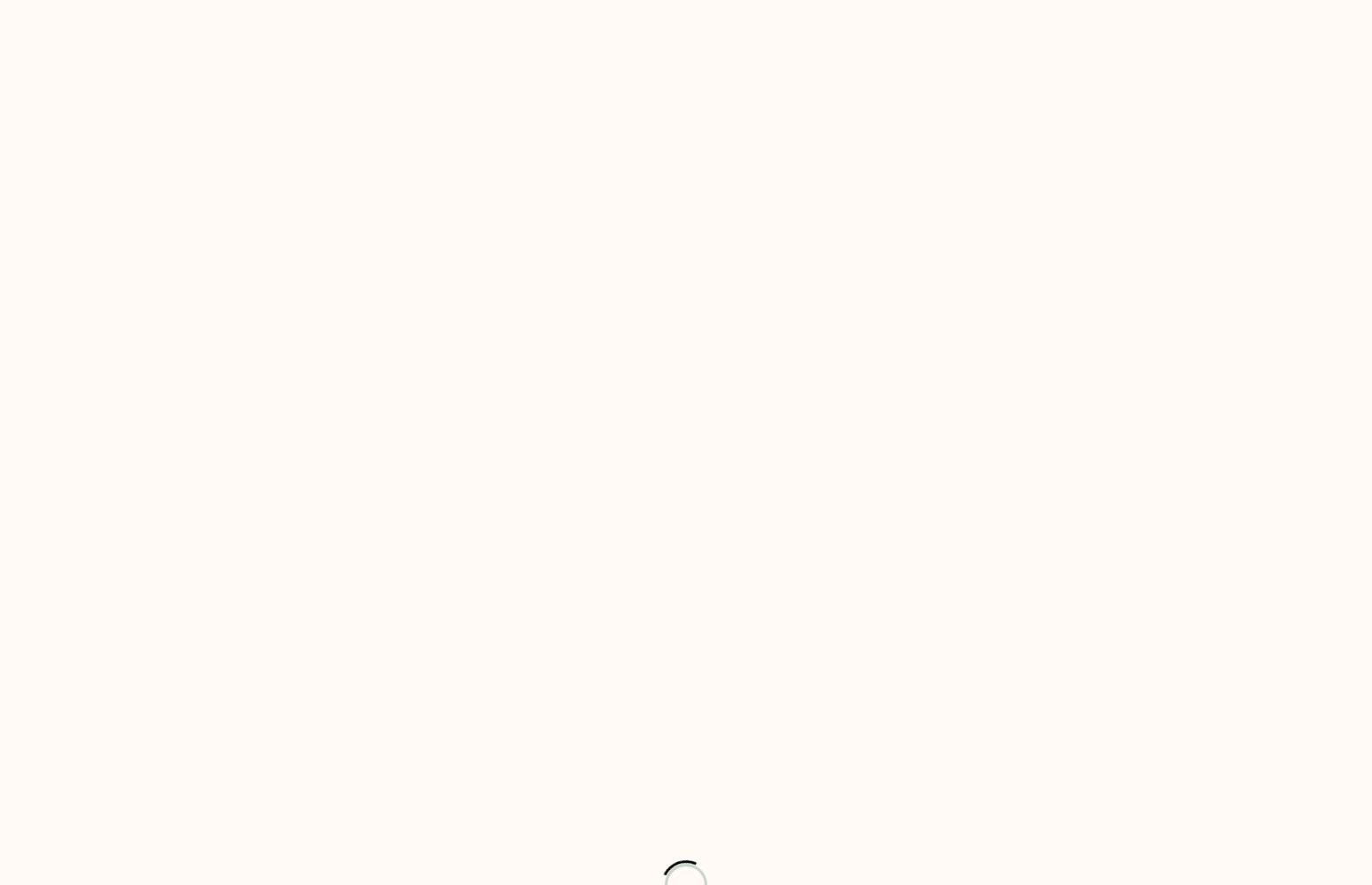 The image size is (1372, 885). I want to click on 'of 1', so click(943, 812).